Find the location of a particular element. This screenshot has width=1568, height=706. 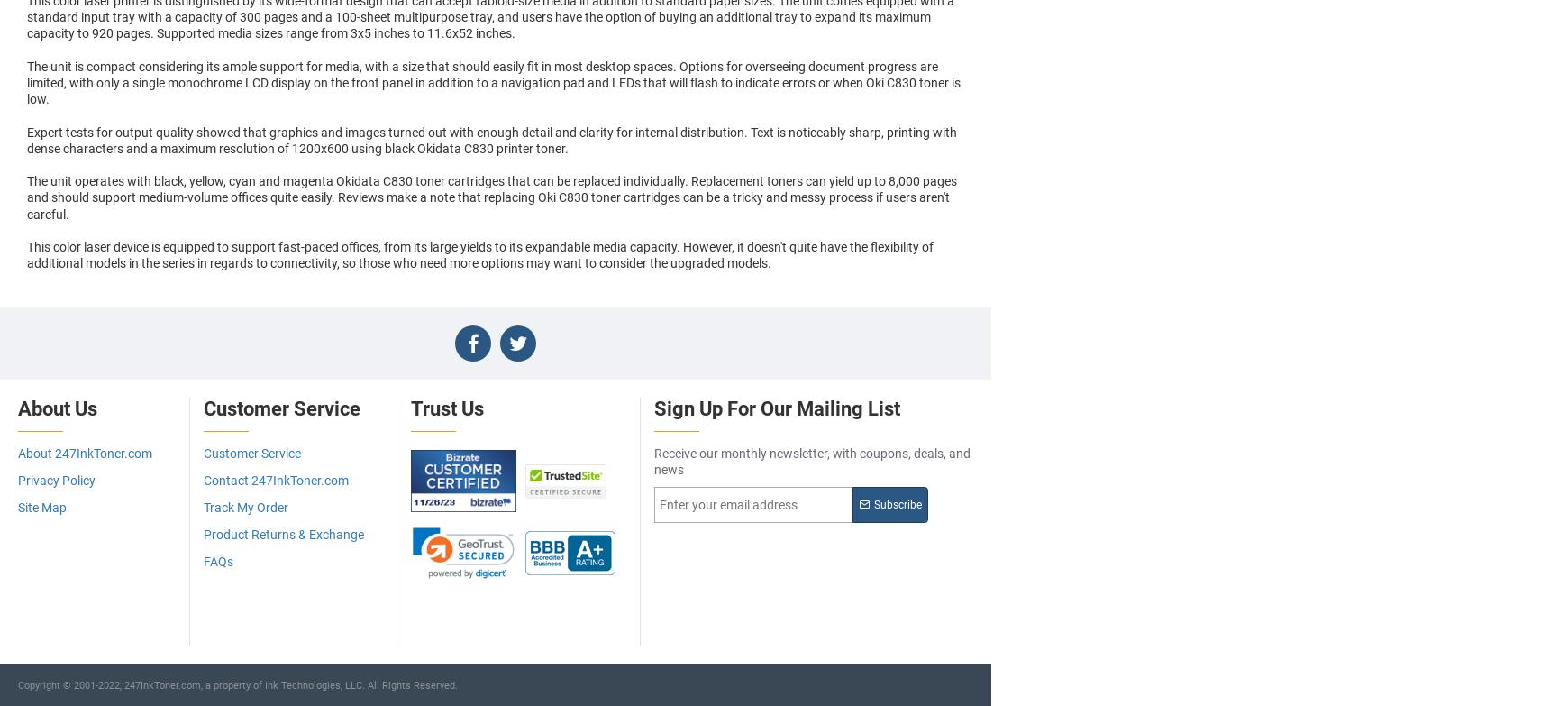

'Trust Us' is located at coordinates (446, 408).